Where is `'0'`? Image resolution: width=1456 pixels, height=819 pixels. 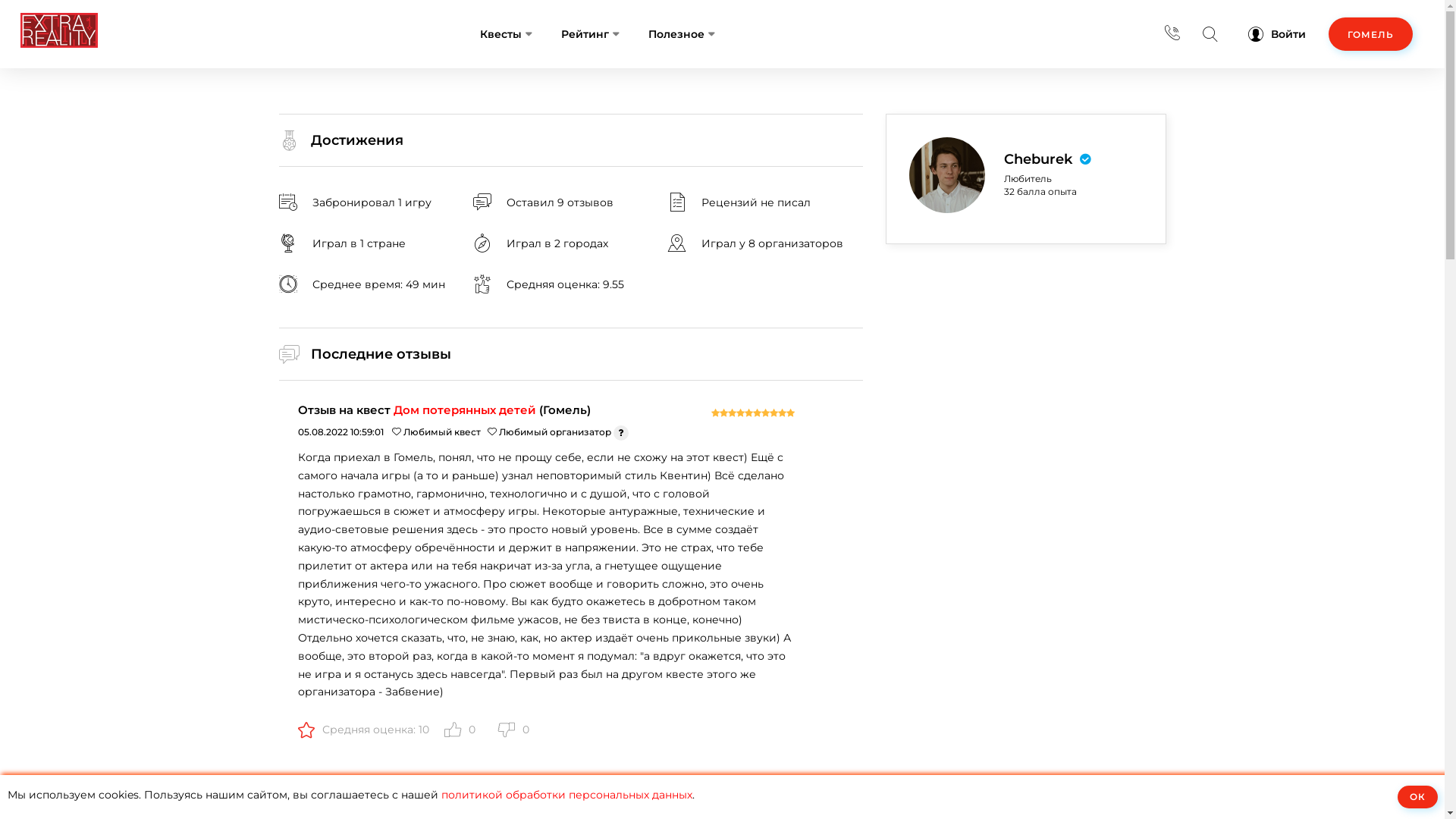
'0' is located at coordinates (459, 728).